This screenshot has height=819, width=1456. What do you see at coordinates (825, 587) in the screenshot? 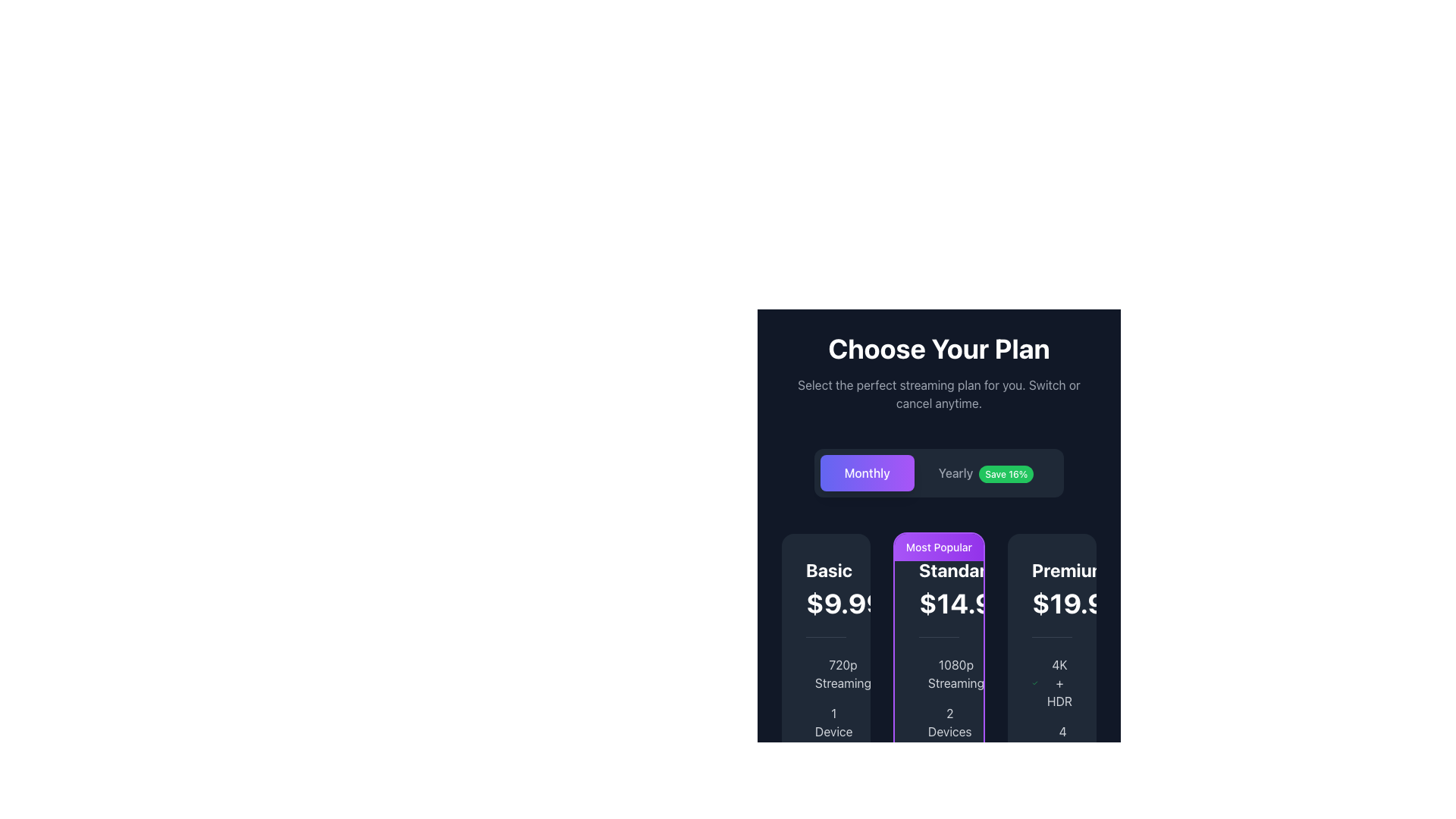
I see `the label displaying the text 'Basic' in bold white font, which indicates a price of '$9.99' followed by '/mo', located in the first column of the pricing table under the 'Choose Your Plan' section` at bounding box center [825, 587].